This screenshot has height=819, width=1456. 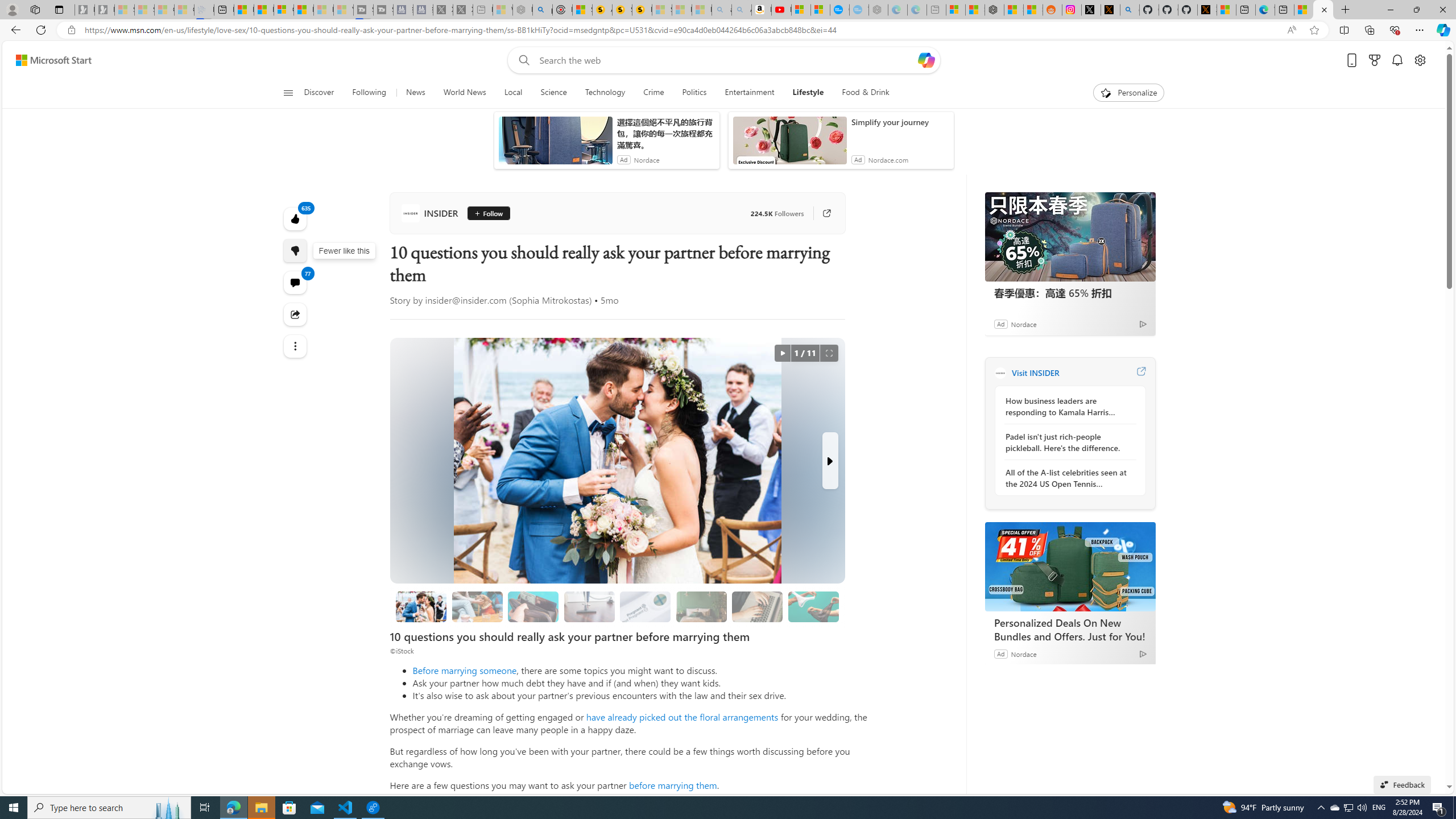 I want to click on 'More like this635Fewer like thisFewer like thisView comments', so click(x=295, y=250).